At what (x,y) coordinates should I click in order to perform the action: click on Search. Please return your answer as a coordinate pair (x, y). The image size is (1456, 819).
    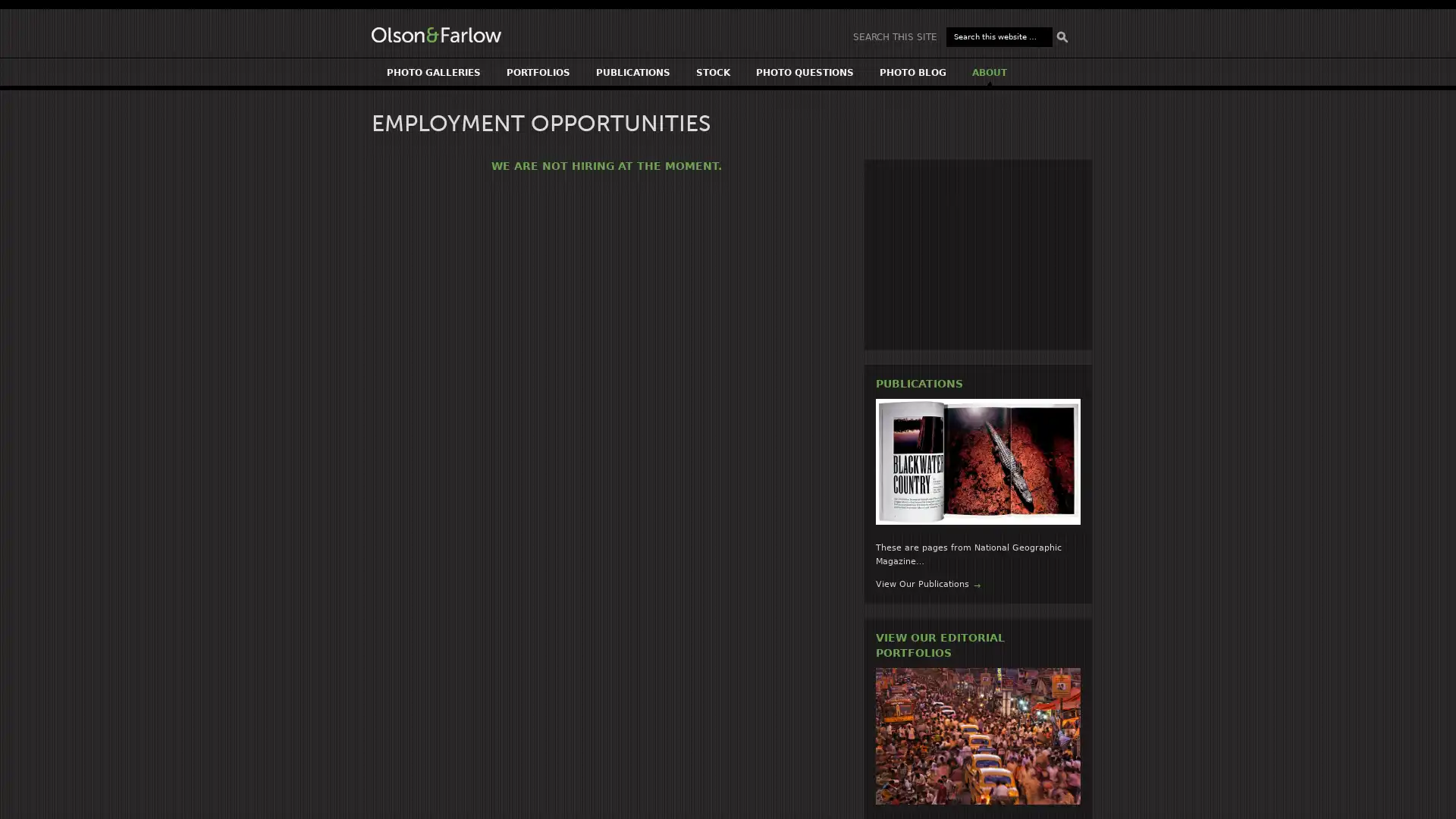
    Looking at the image, I should click on (1062, 36).